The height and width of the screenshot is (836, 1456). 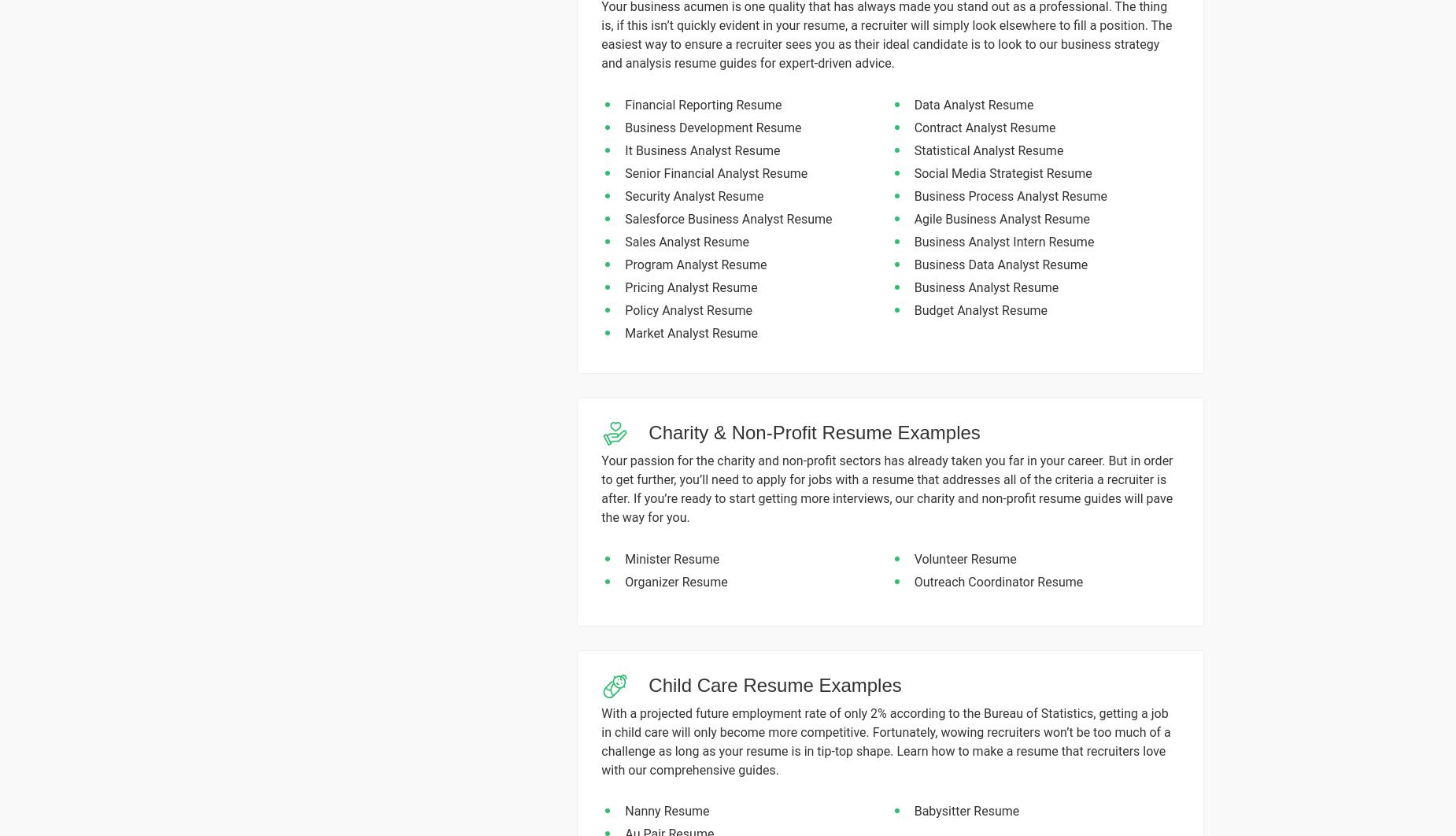 I want to click on 'Contract Analyst Resume', so click(x=983, y=127).